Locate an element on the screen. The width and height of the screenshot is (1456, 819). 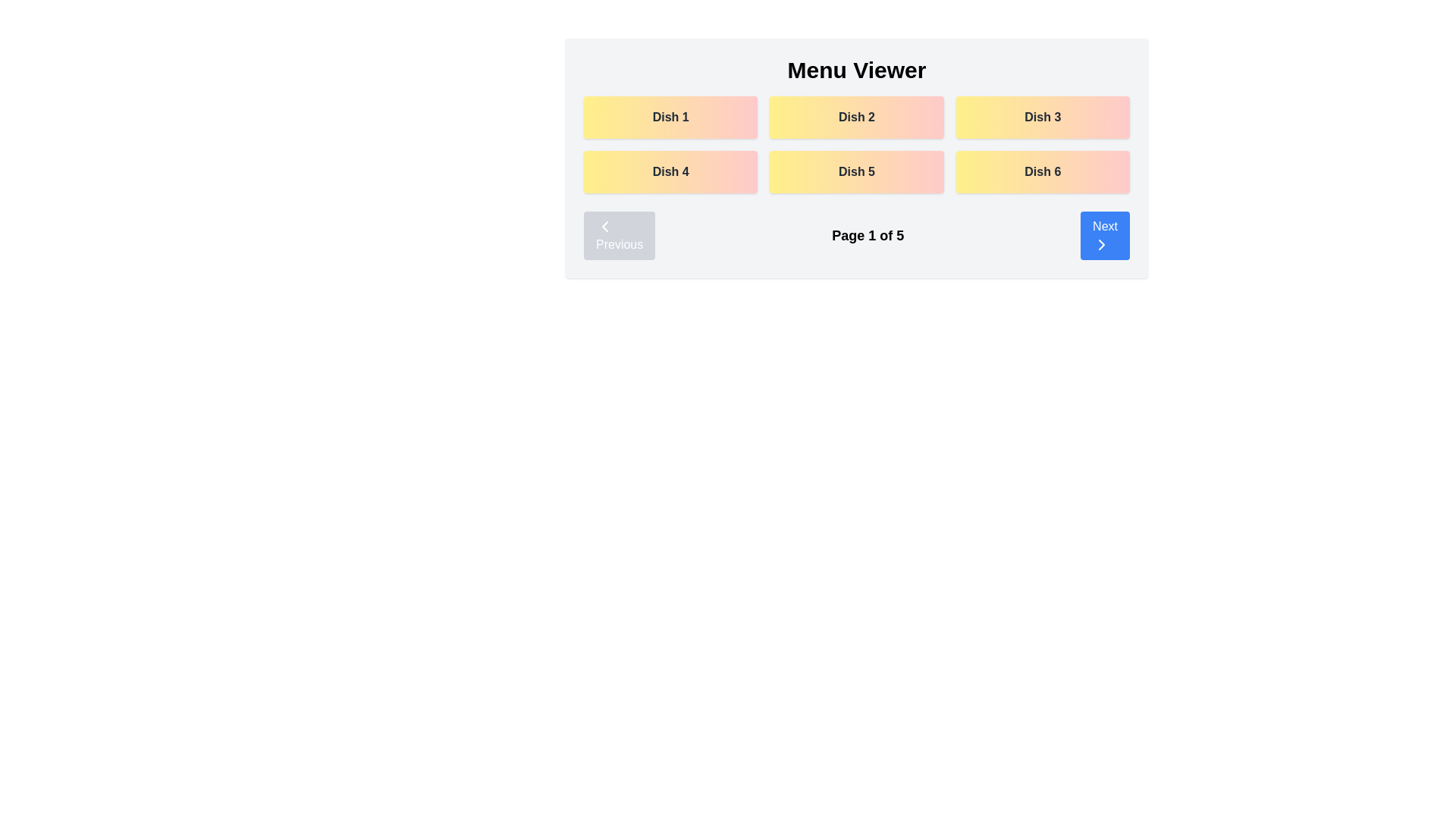
the 'Next' button, which is visually distinct with a blue background and white text is located at coordinates (1102, 244).